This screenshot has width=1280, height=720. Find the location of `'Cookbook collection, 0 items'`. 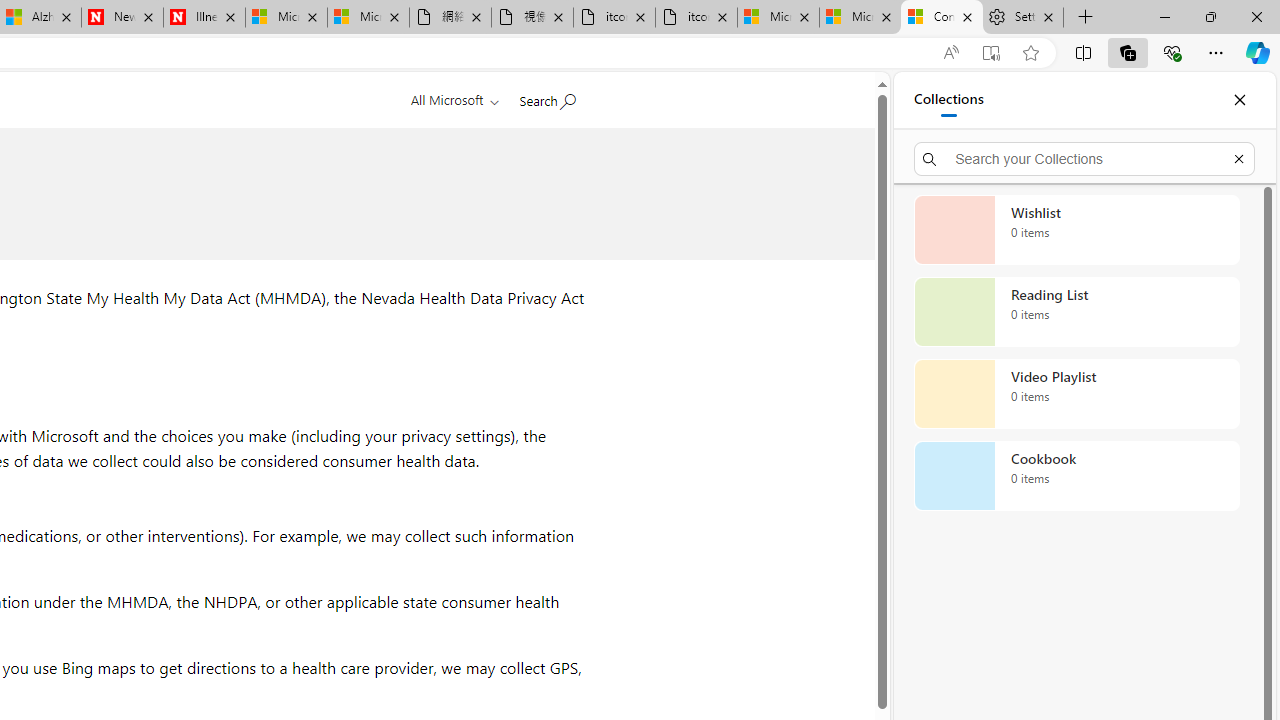

'Cookbook collection, 0 items' is located at coordinates (1076, 475).